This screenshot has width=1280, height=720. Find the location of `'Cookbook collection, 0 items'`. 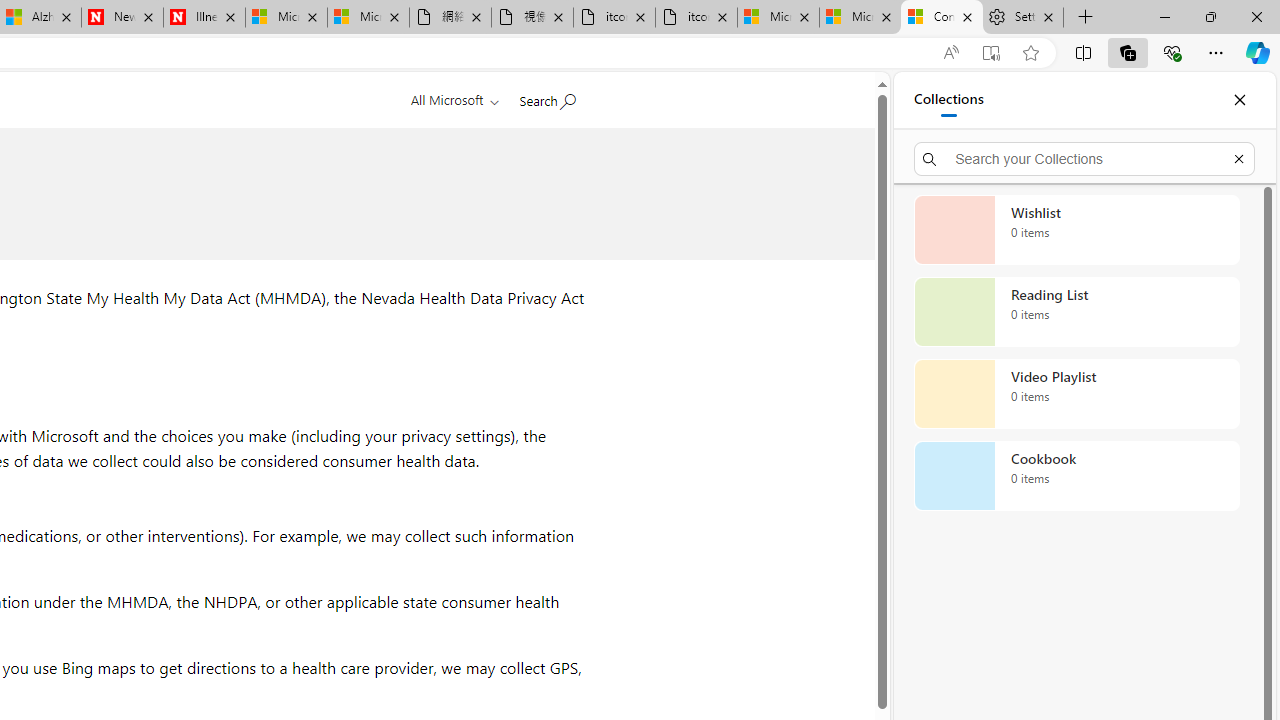

'Cookbook collection, 0 items' is located at coordinates (1076, 475).